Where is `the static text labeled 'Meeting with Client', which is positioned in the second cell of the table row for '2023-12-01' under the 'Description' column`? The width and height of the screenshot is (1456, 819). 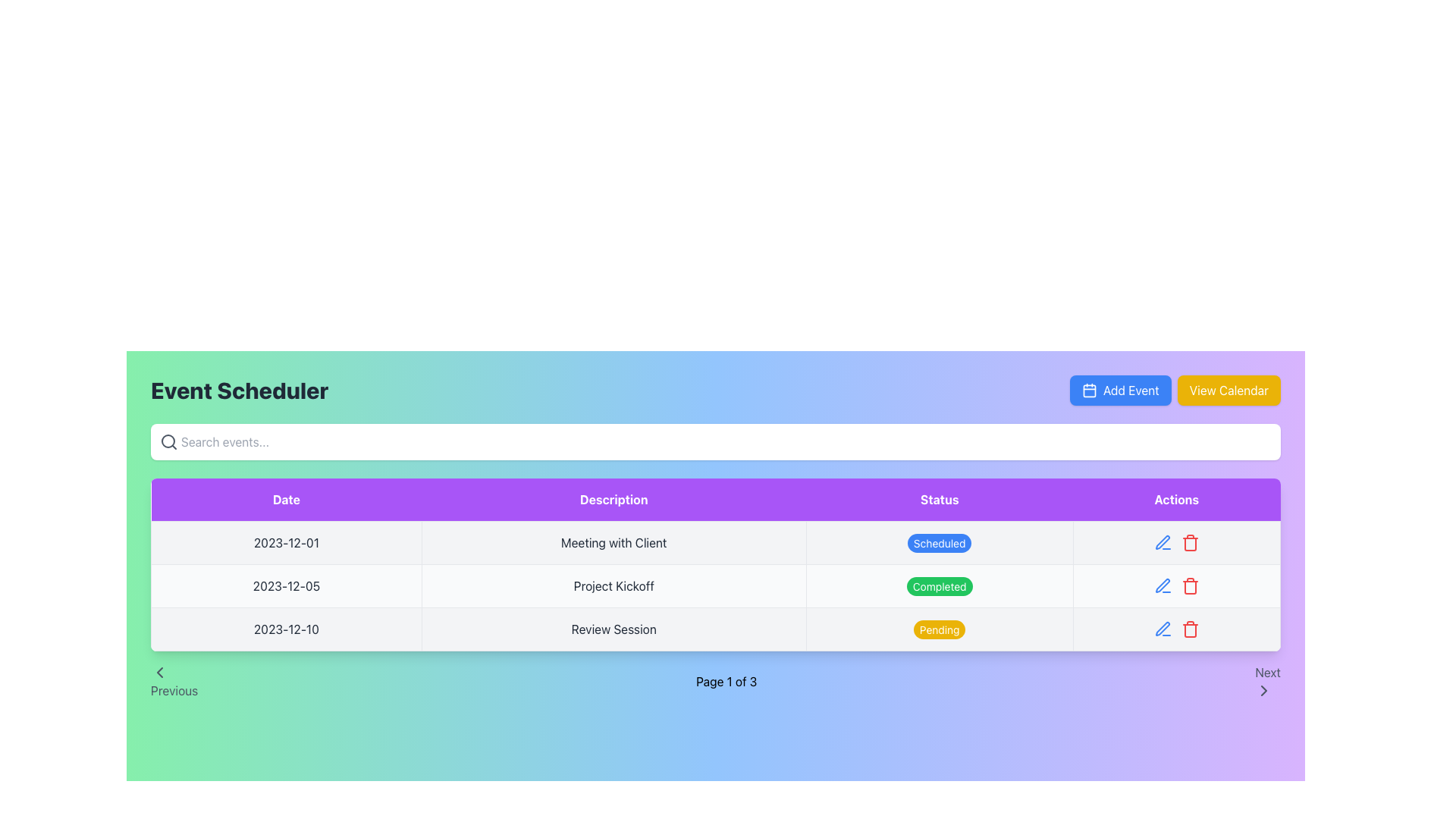 the static text labeled 'Meeting with Client', which is positioned in the second cell of the table row for '2023-12-01' under the 'Description' column is located at coordinates (613, 542).